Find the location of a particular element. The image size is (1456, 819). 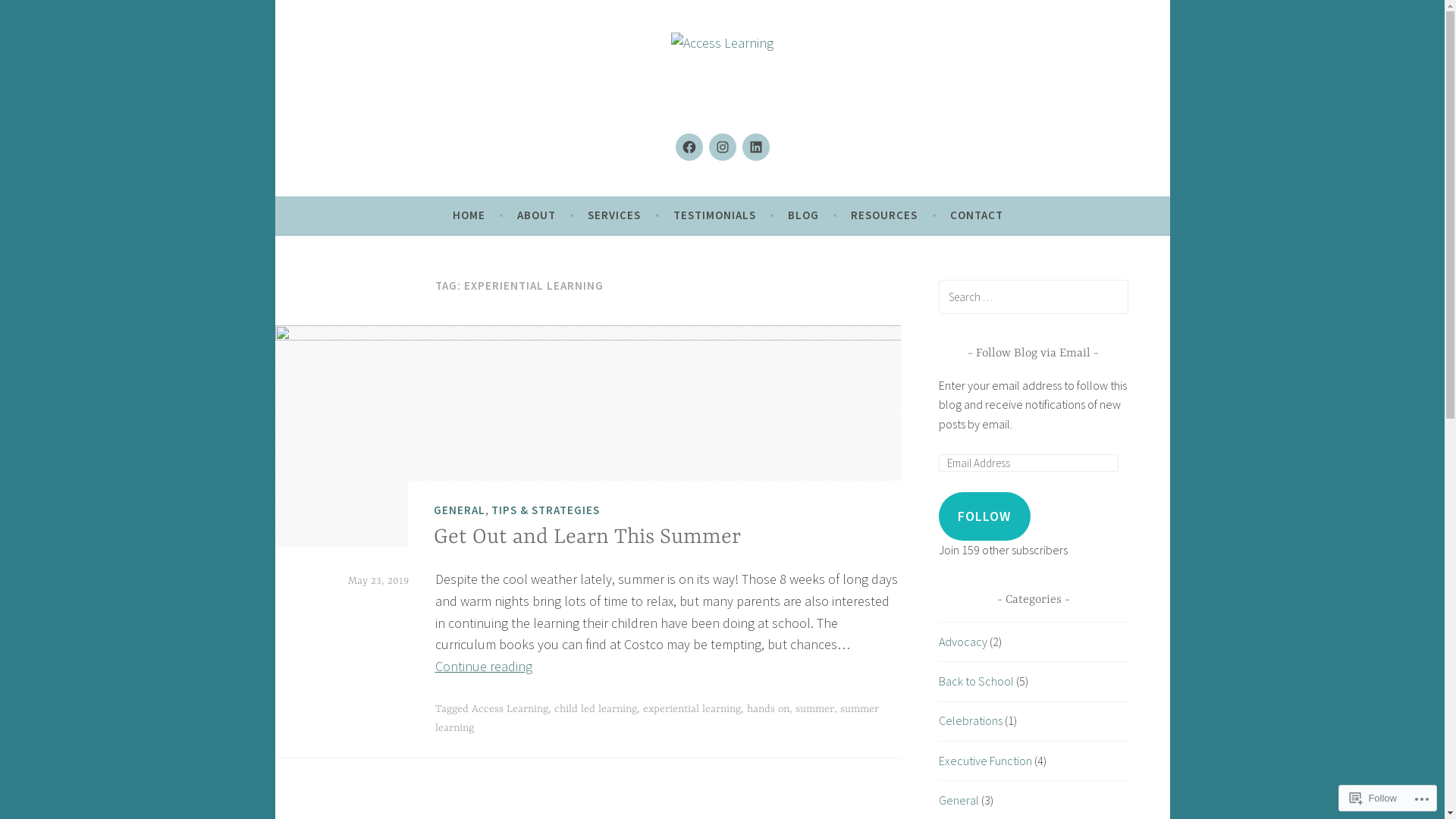

'Executive Function' is located at coordinates (985, 760).